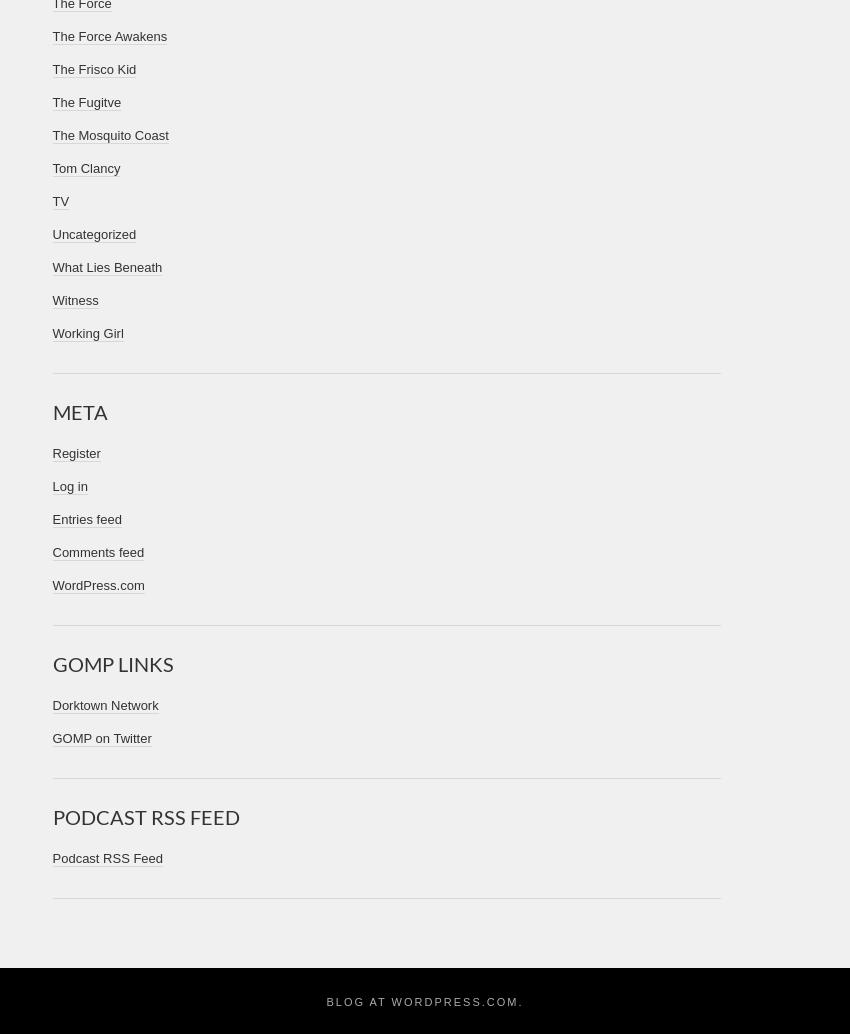  I want to click on 'Uncategorized', so click(93, 234).